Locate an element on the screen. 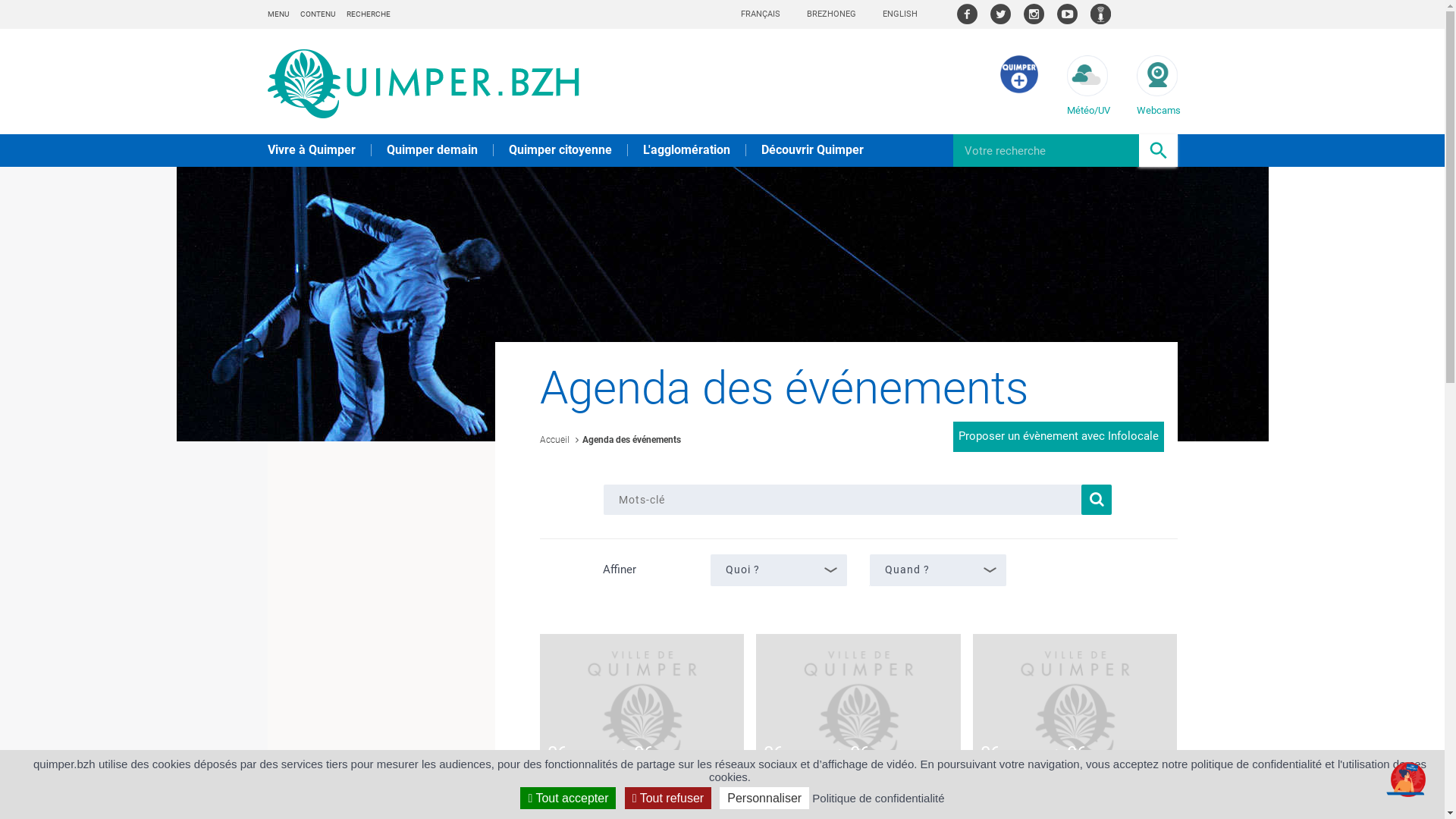 The image size is (1456, 819). 'YOUTUBE' is located at coordinates (1056, 14).